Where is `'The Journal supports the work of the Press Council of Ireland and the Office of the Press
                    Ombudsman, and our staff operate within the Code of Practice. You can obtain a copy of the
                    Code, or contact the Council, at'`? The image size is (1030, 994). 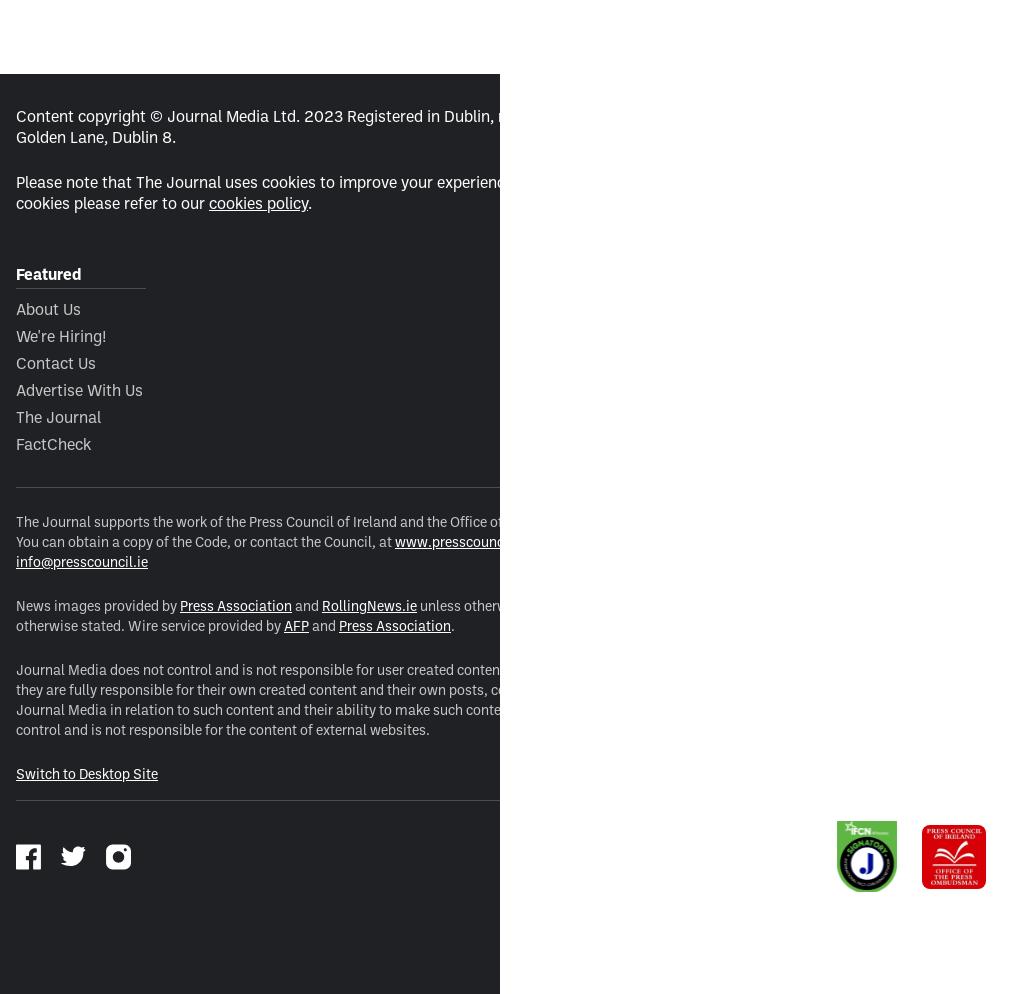
'The Journal supports the work of the Press Council of Ireland and the Office of the Press
                    Ombudsman, and our staff operate within the Code of Practice. You can obtain a copy of the
                    Code, or contact the Council, at' is located at coordinates (488, 531).